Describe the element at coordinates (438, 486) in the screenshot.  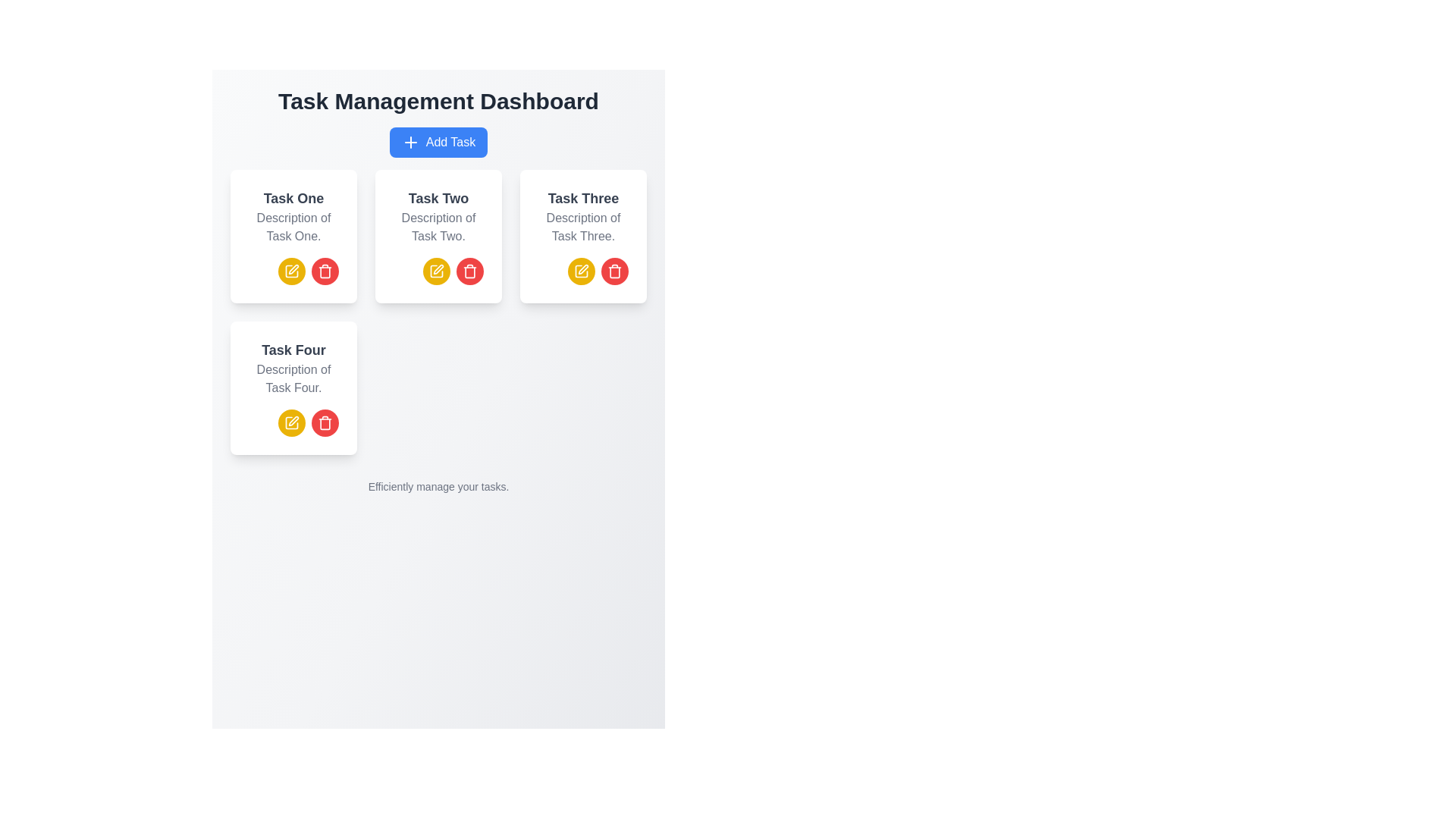
I see `the static text display that says 'Efficiently manage your tasks.' which is positioned centrally at the bottom of the interface beneath the task cards and the 'Add Task' button` at that location.